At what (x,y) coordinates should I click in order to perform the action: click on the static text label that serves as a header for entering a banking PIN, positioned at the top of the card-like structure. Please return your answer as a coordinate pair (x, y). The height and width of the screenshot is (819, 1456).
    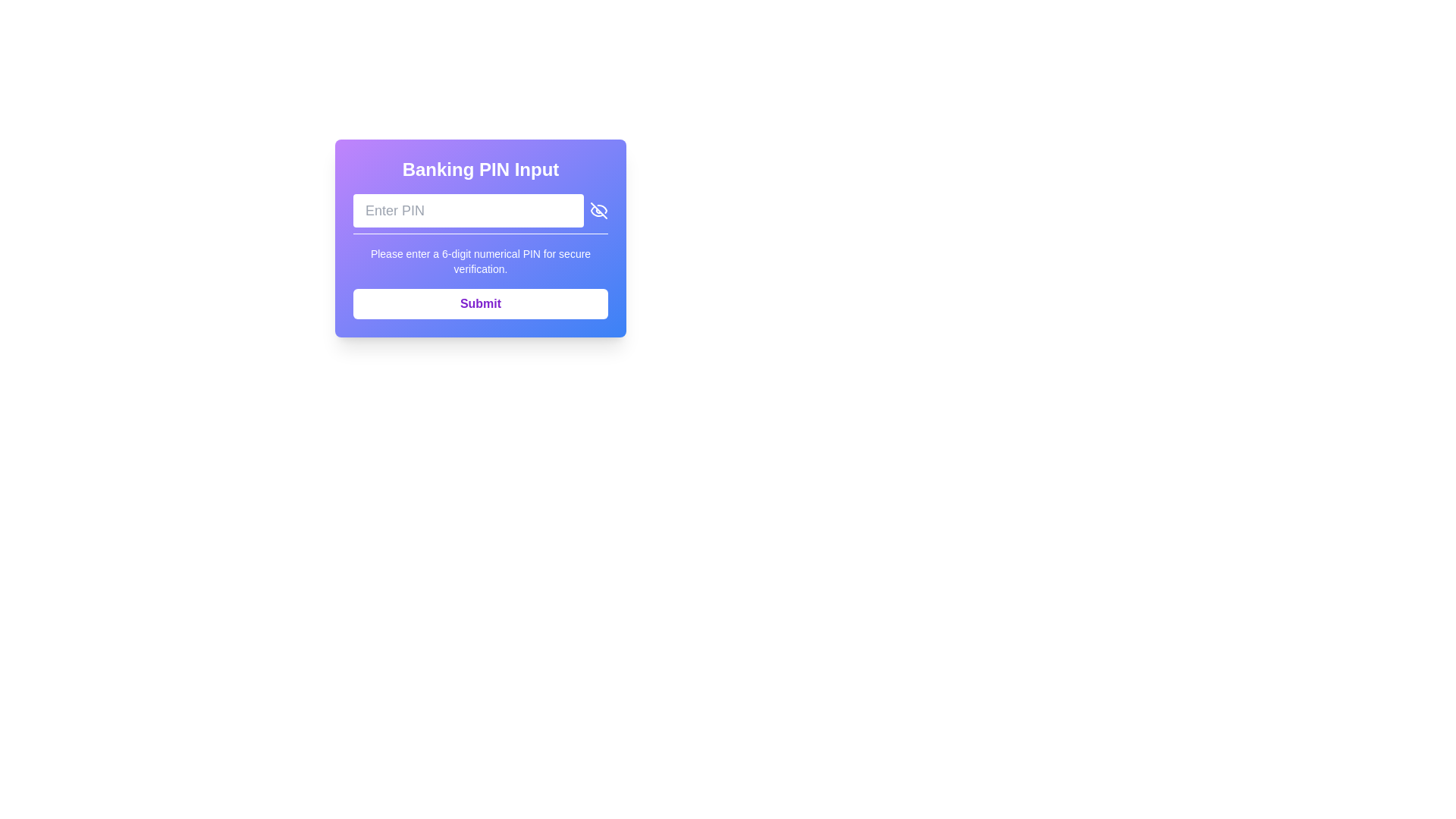
    Looking at the image, I should click on (479, 169).